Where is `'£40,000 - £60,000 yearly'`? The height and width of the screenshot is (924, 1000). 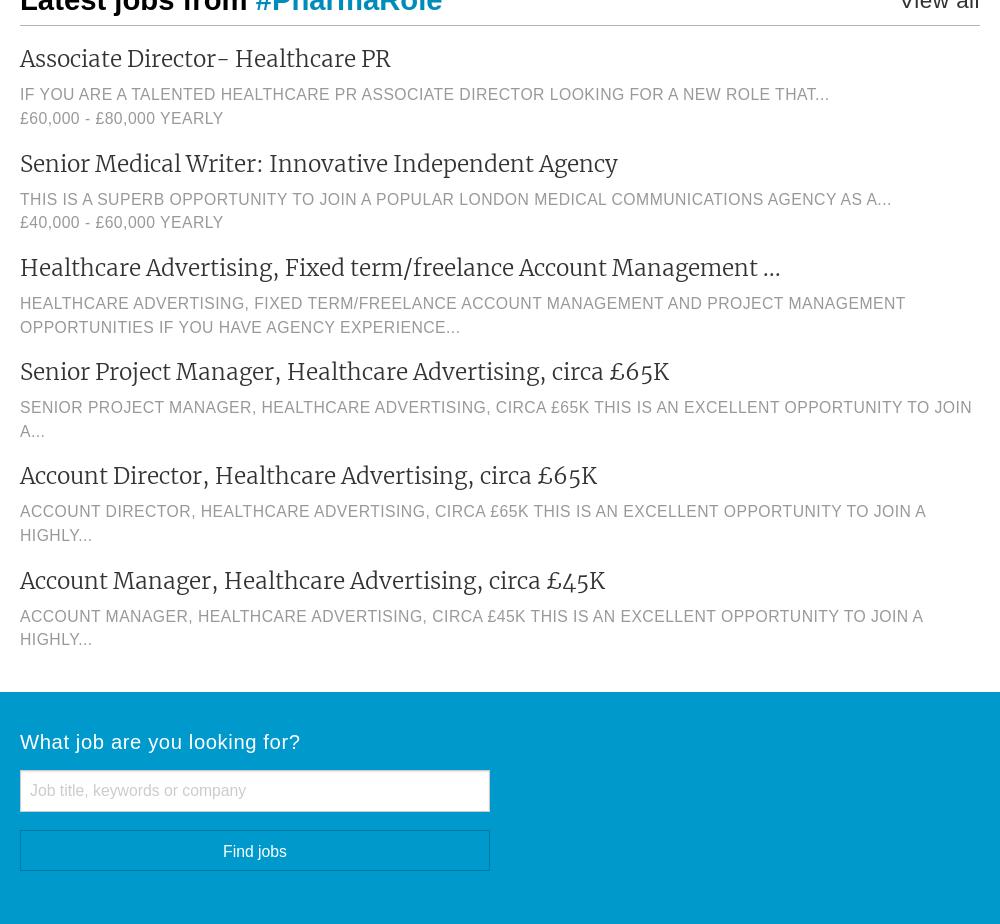 '£40,000 - £60,000 yearly' is located at coordinates (120, 222).